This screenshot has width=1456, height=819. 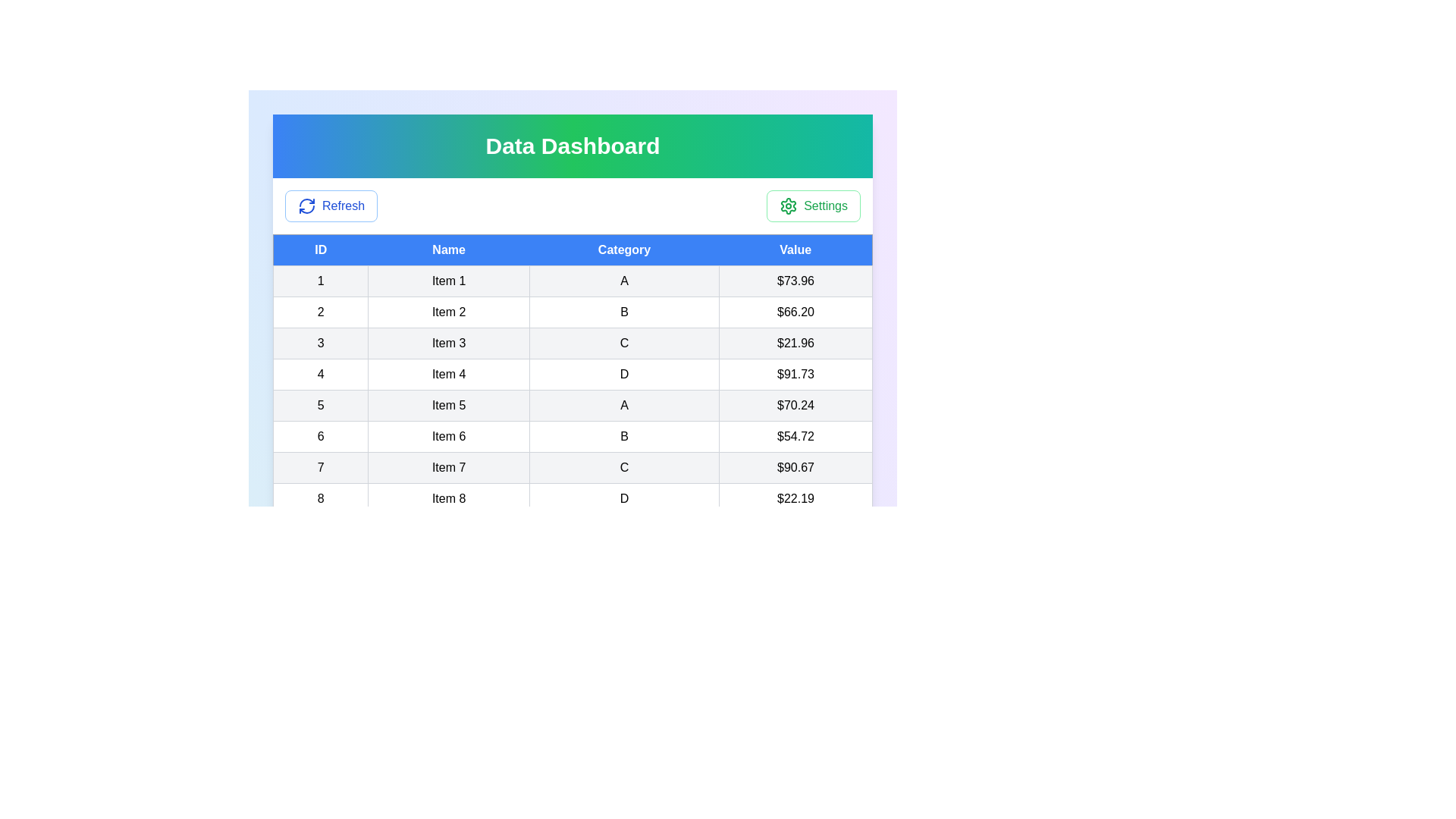 I want to click on the table header ID to sort or filter the column, so click(x=320, y=249).